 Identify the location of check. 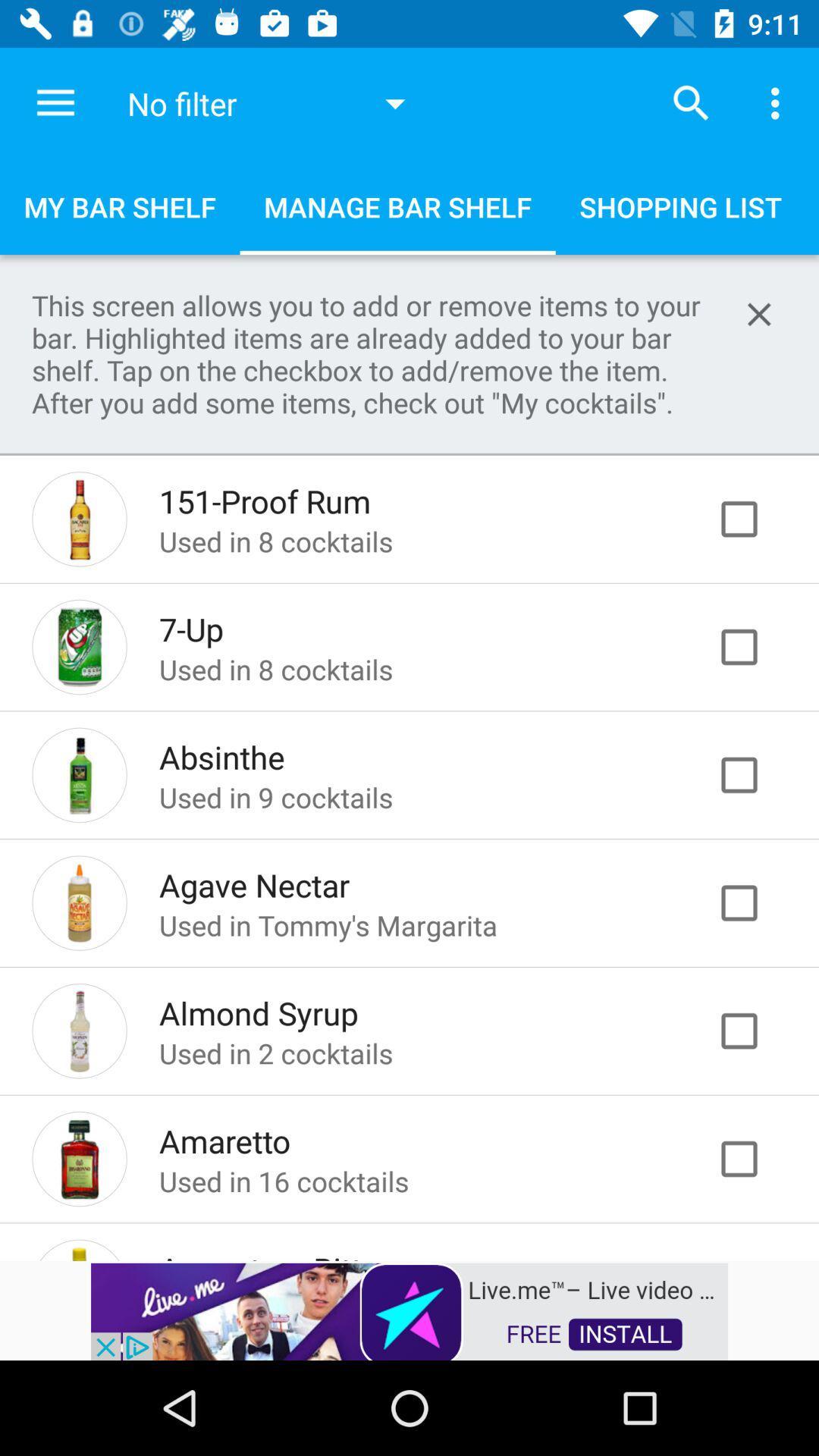
(755, 1158).